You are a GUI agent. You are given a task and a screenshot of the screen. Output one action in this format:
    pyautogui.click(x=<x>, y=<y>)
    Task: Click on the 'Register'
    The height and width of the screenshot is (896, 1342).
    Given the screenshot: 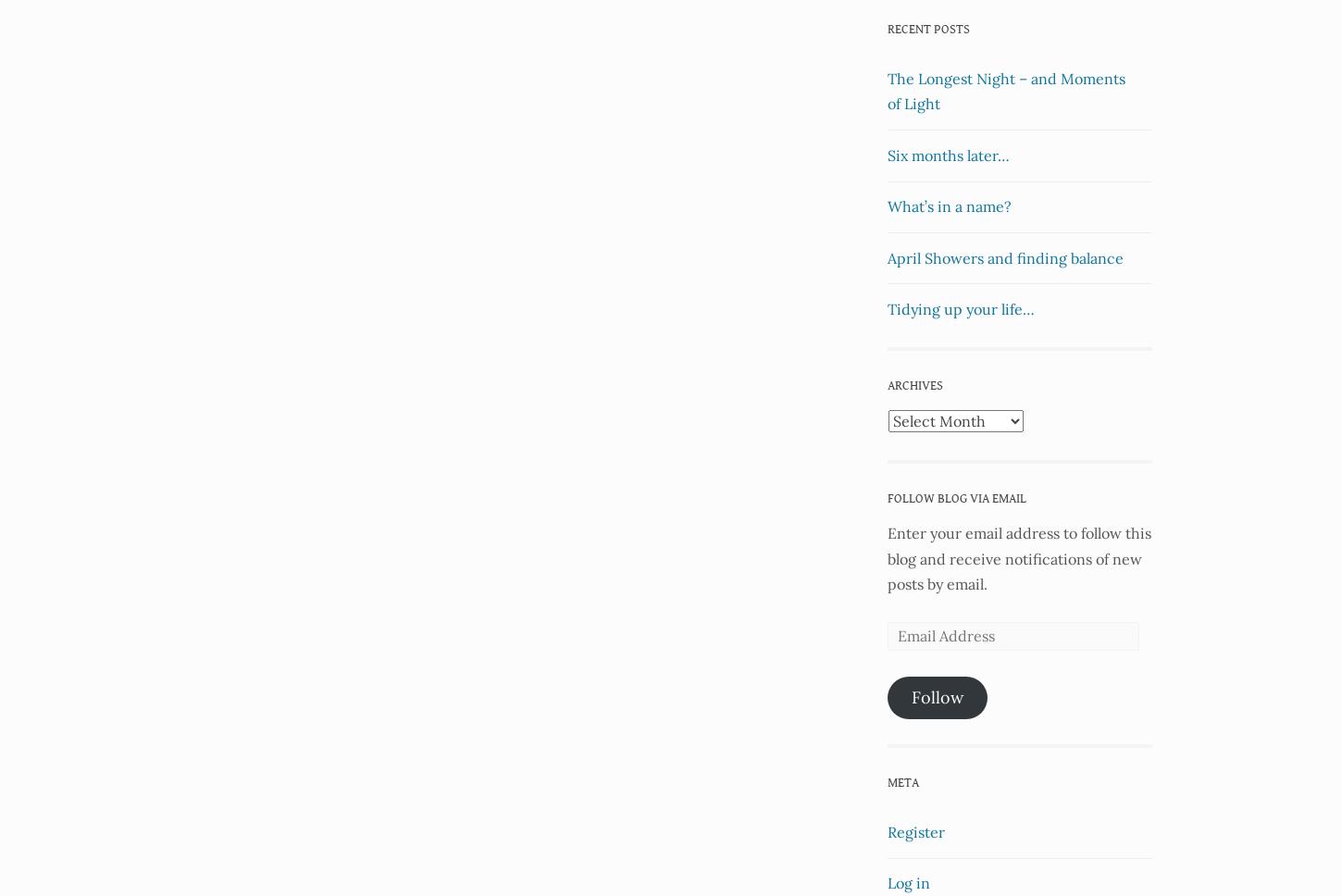 What is the action you would take?
    pyautogui.click(x=916, y=831)
    